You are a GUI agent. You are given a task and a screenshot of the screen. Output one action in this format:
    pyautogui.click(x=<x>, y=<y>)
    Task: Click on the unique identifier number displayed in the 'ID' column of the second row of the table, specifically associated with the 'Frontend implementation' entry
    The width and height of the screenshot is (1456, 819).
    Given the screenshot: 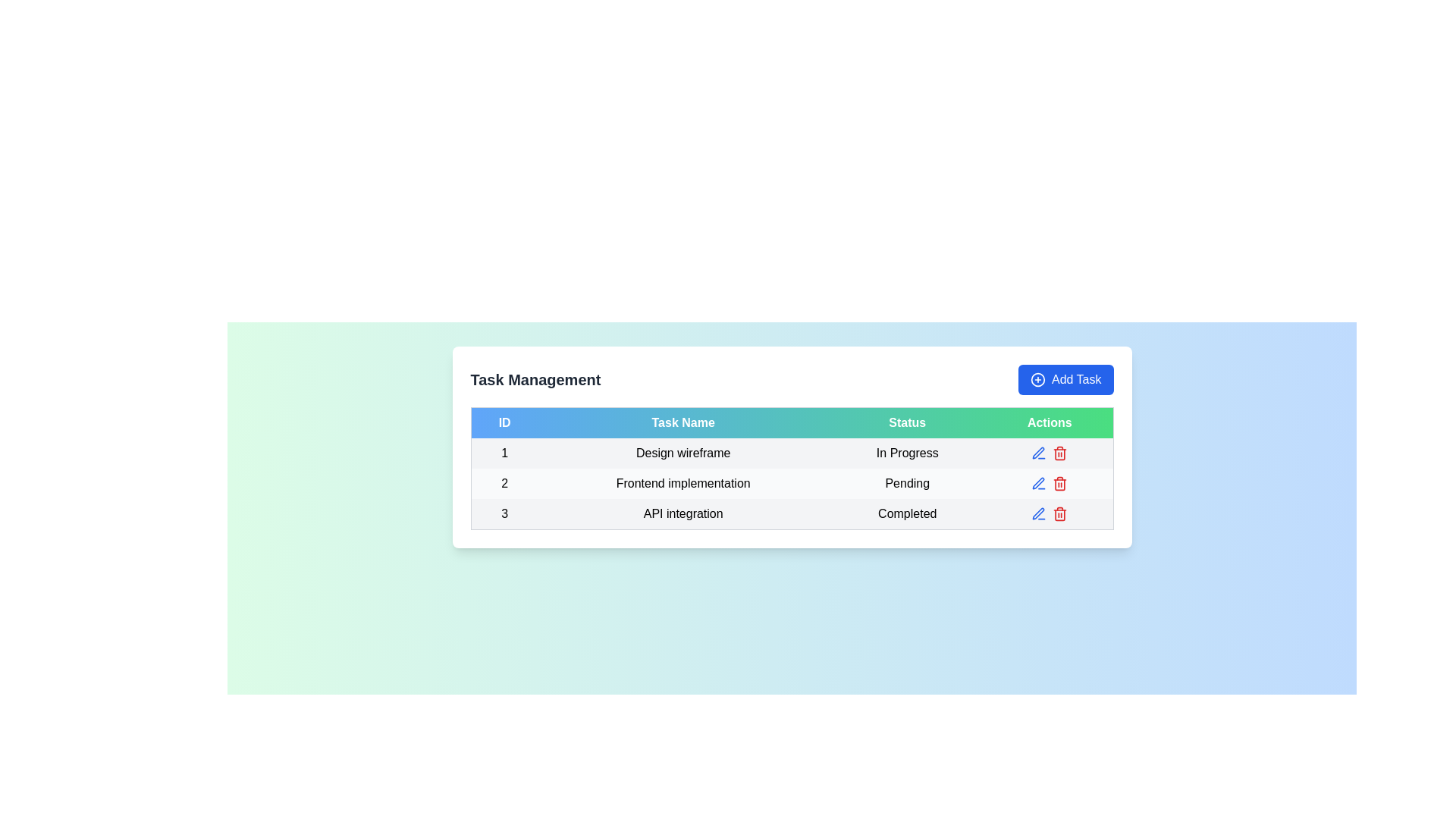 What is the action you would take?
    pyautogui.click(x=504, y=483)
    